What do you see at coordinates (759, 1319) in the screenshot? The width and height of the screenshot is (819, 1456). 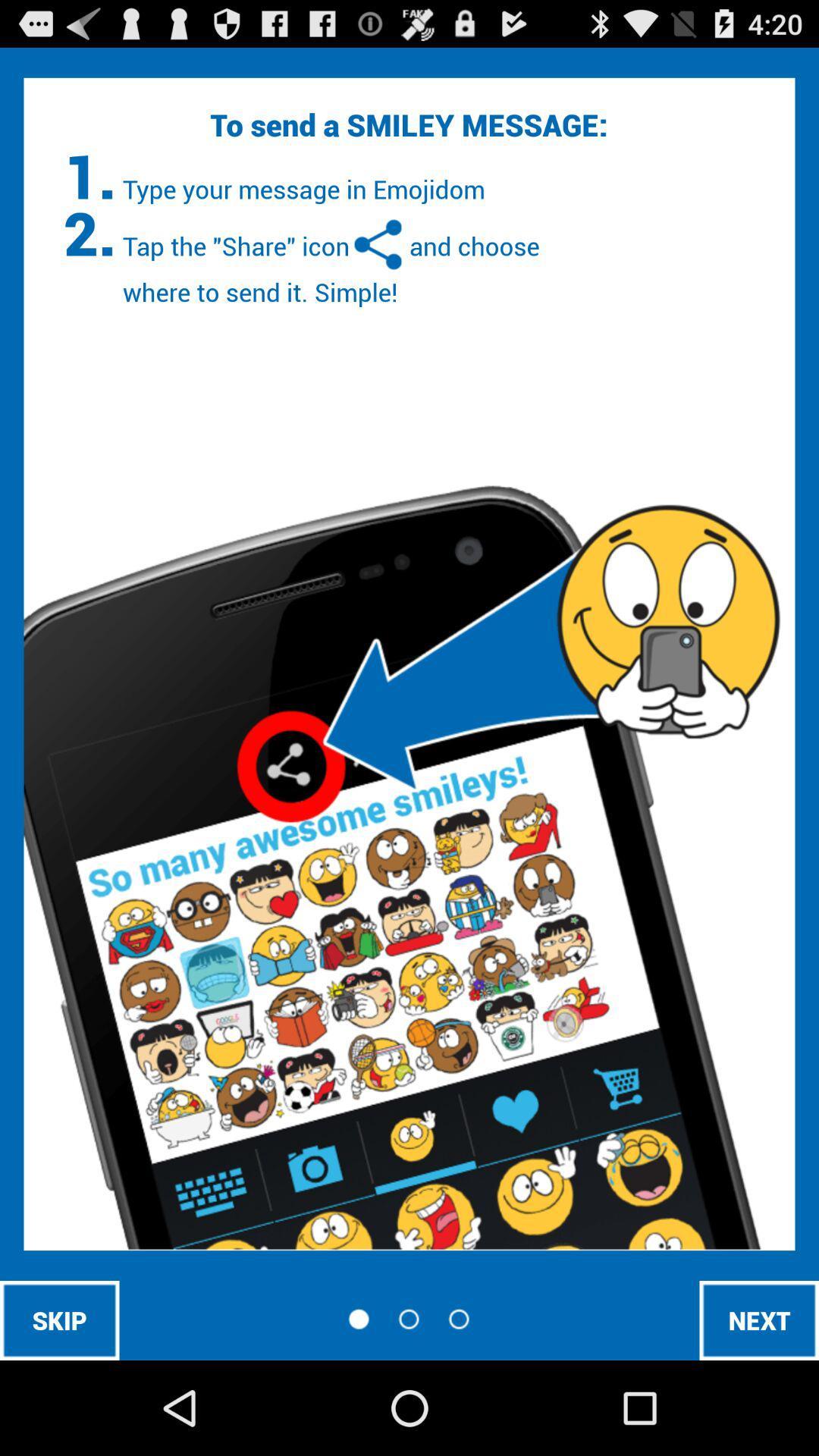 I see `the button at the bottom right corner` at bounding box center [759, 1319].